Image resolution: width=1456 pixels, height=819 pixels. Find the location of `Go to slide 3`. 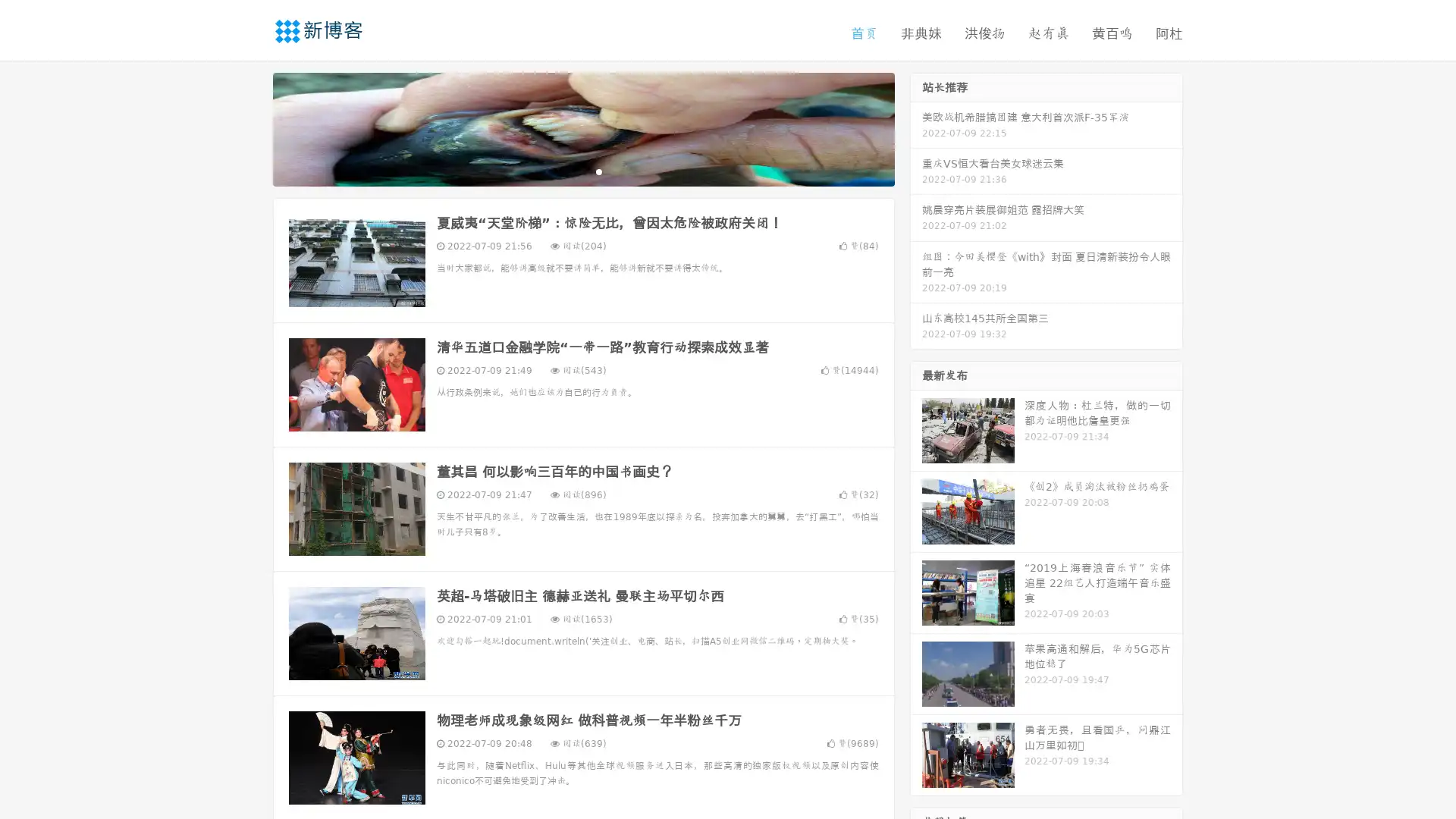

Go to slide 3 is located at coordinates (598, 171).